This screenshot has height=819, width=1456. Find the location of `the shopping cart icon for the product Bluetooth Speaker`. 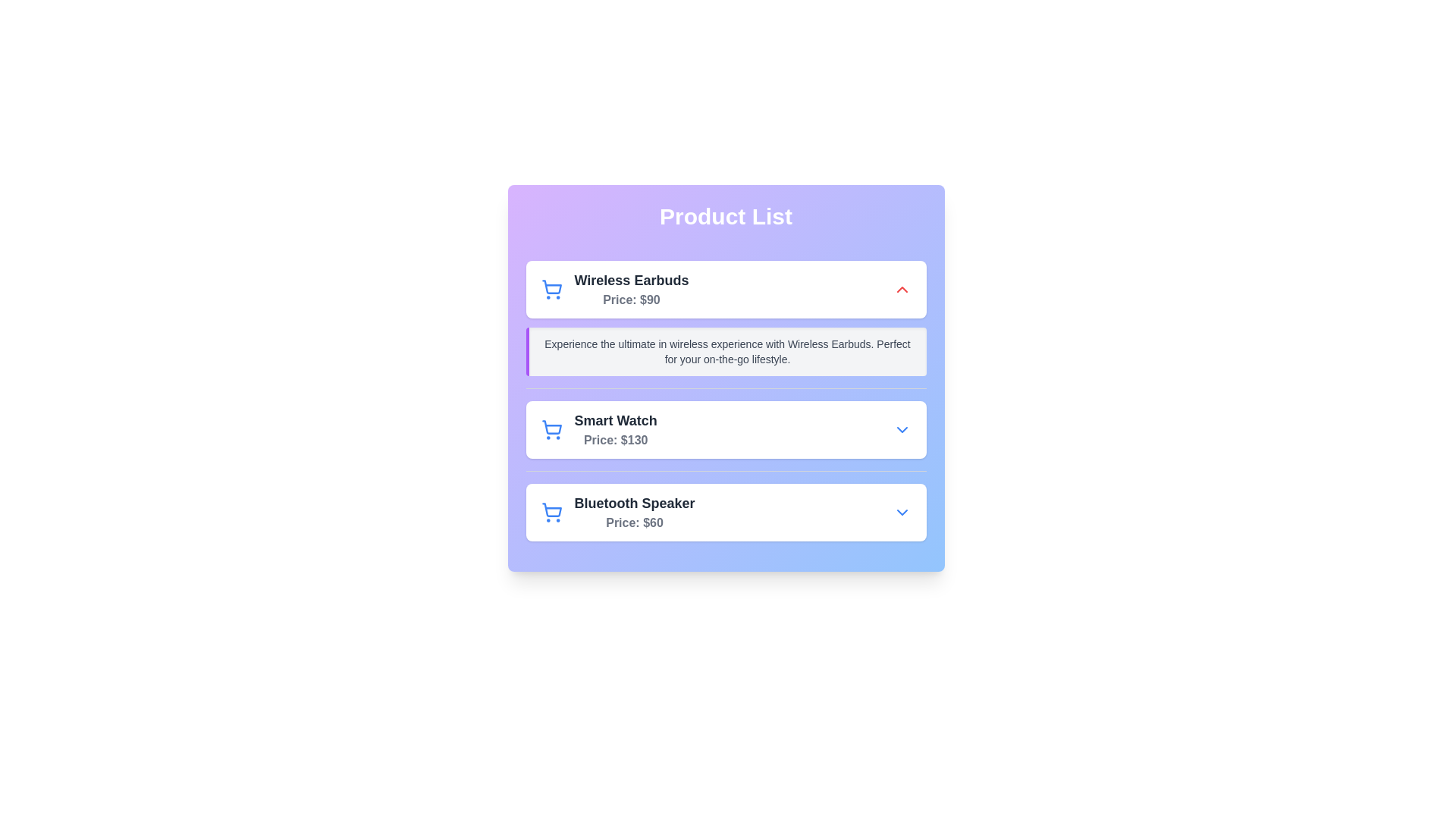

the shopping cart icon for the product Bluetooth Speaker is located at coordinates (551, 512).